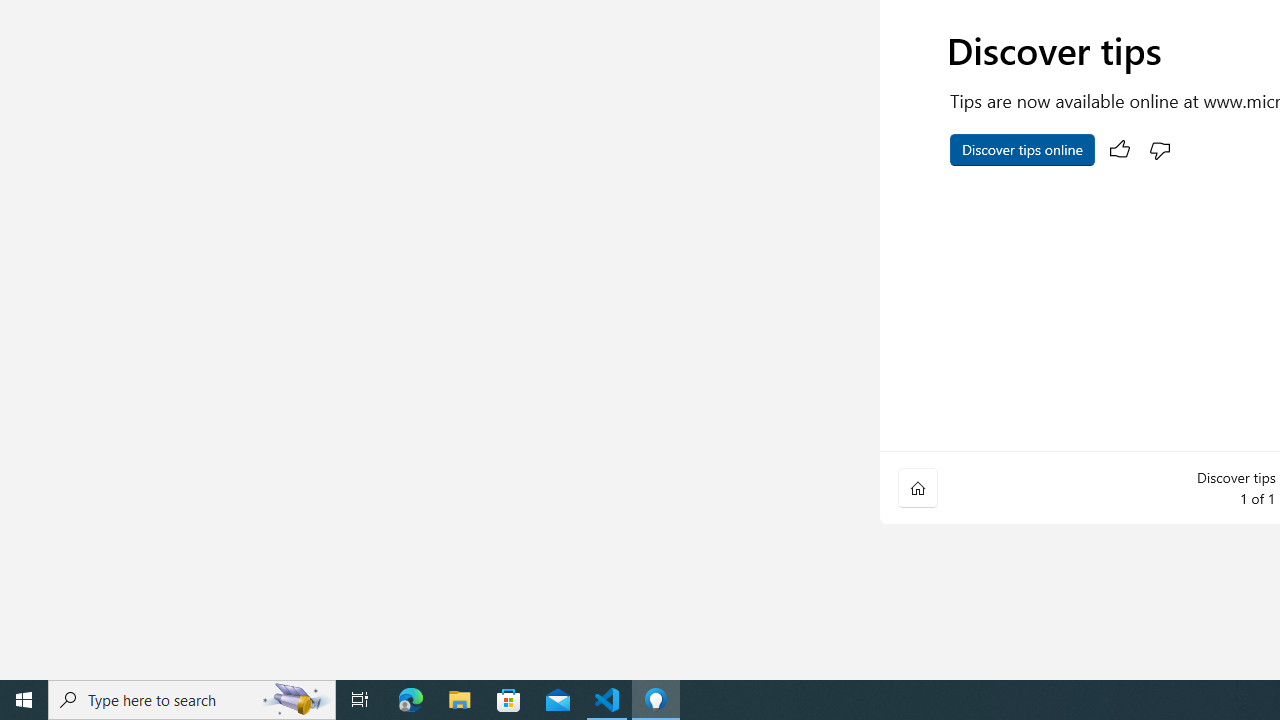 This screenshot has height=720, width=1280. What do you see at coordinates (1160, 149) in the screenshot?
I see `'Rate this tip. This is not helpful.'` at bounding box center [1160, 149].